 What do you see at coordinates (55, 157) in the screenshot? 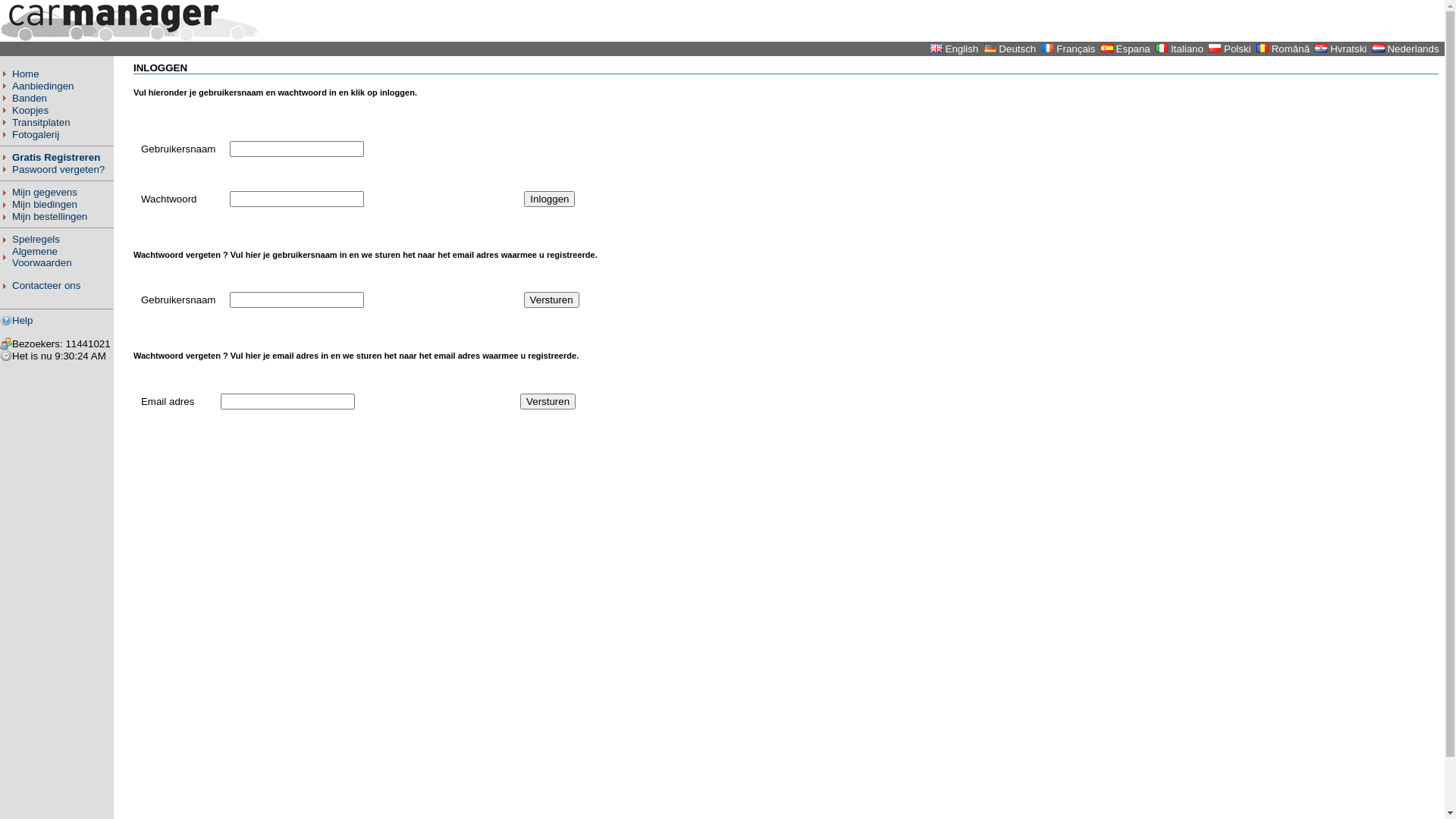
I see `'Gratis Registreren'` at bounding box center [55, 157].